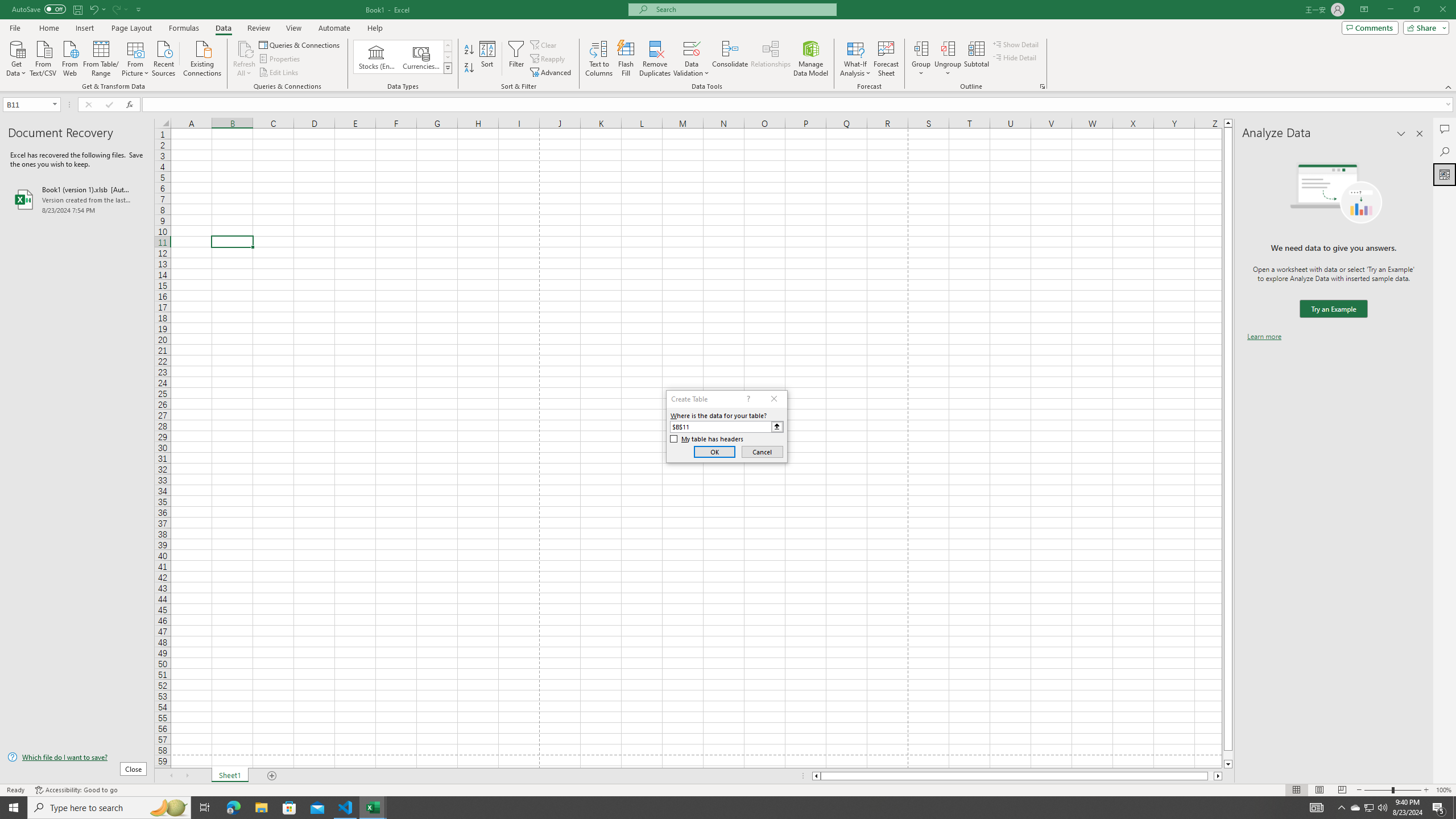  I want to click on 'Properties', so click(280, 59).